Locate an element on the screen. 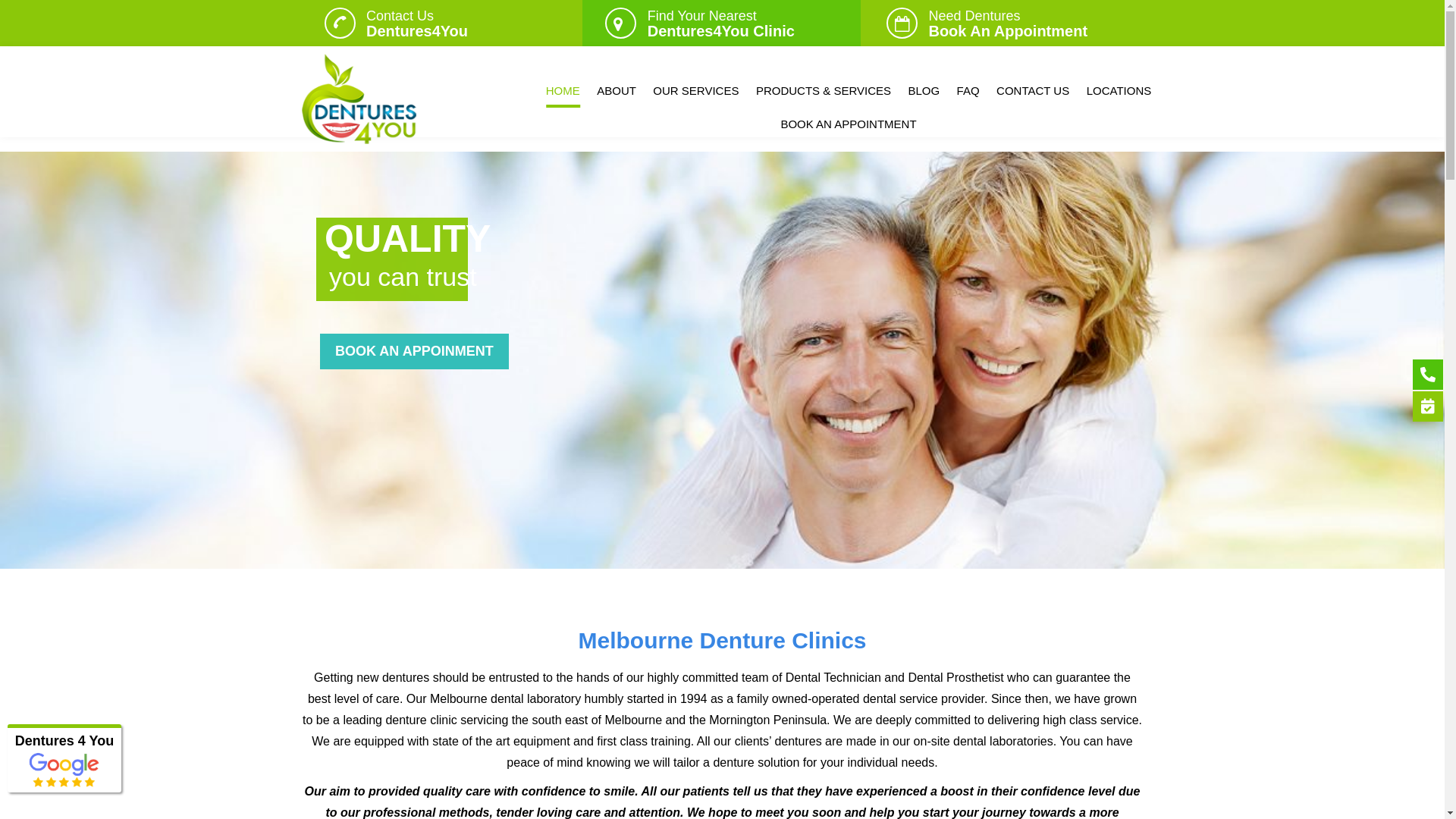  'Contact Us is located at coordinates (417, 23).